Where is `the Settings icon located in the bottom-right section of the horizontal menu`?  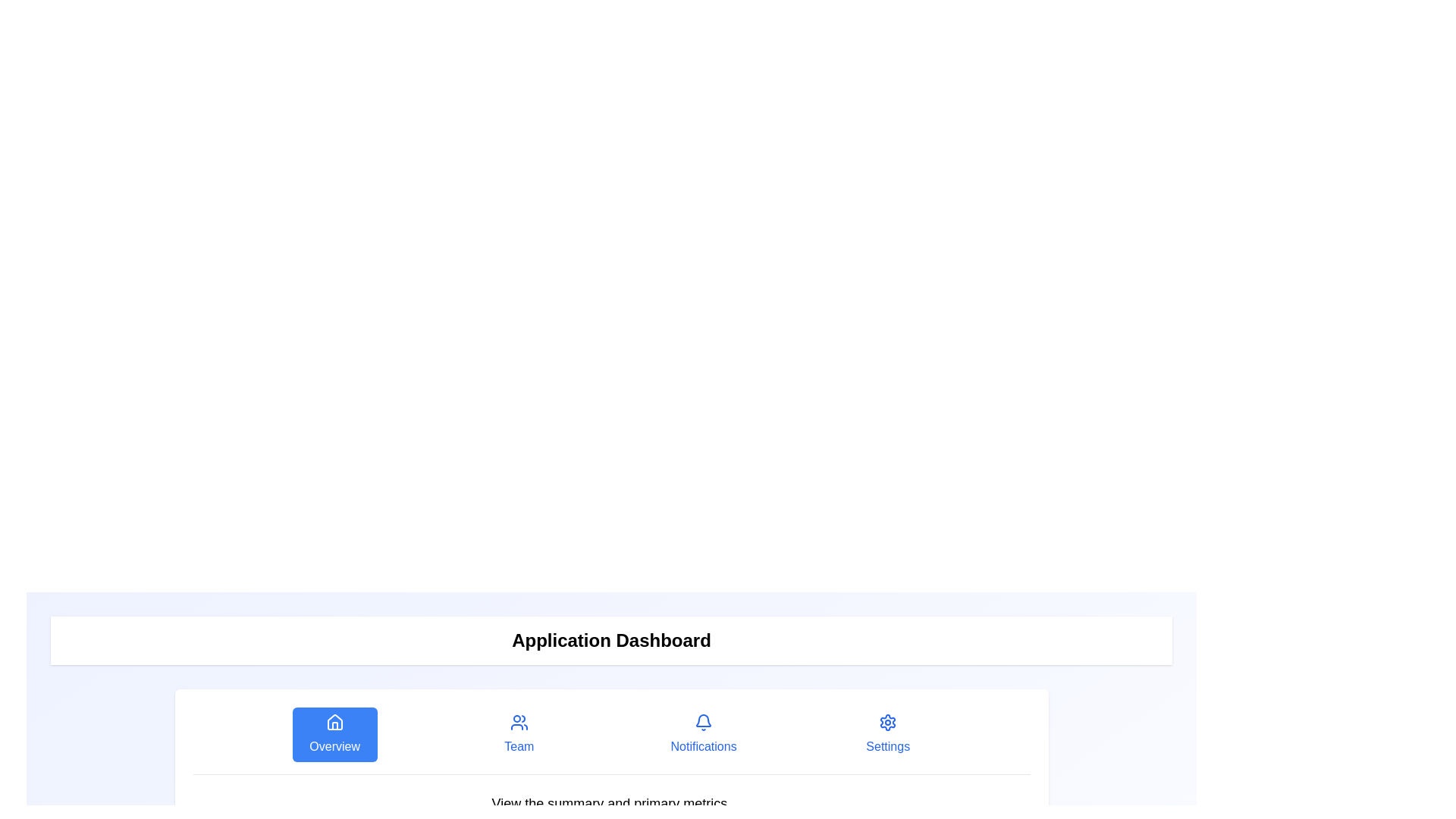 the Settings icon located in the bottom-right section of the horizontal menu is located at coordinates (888, 721).